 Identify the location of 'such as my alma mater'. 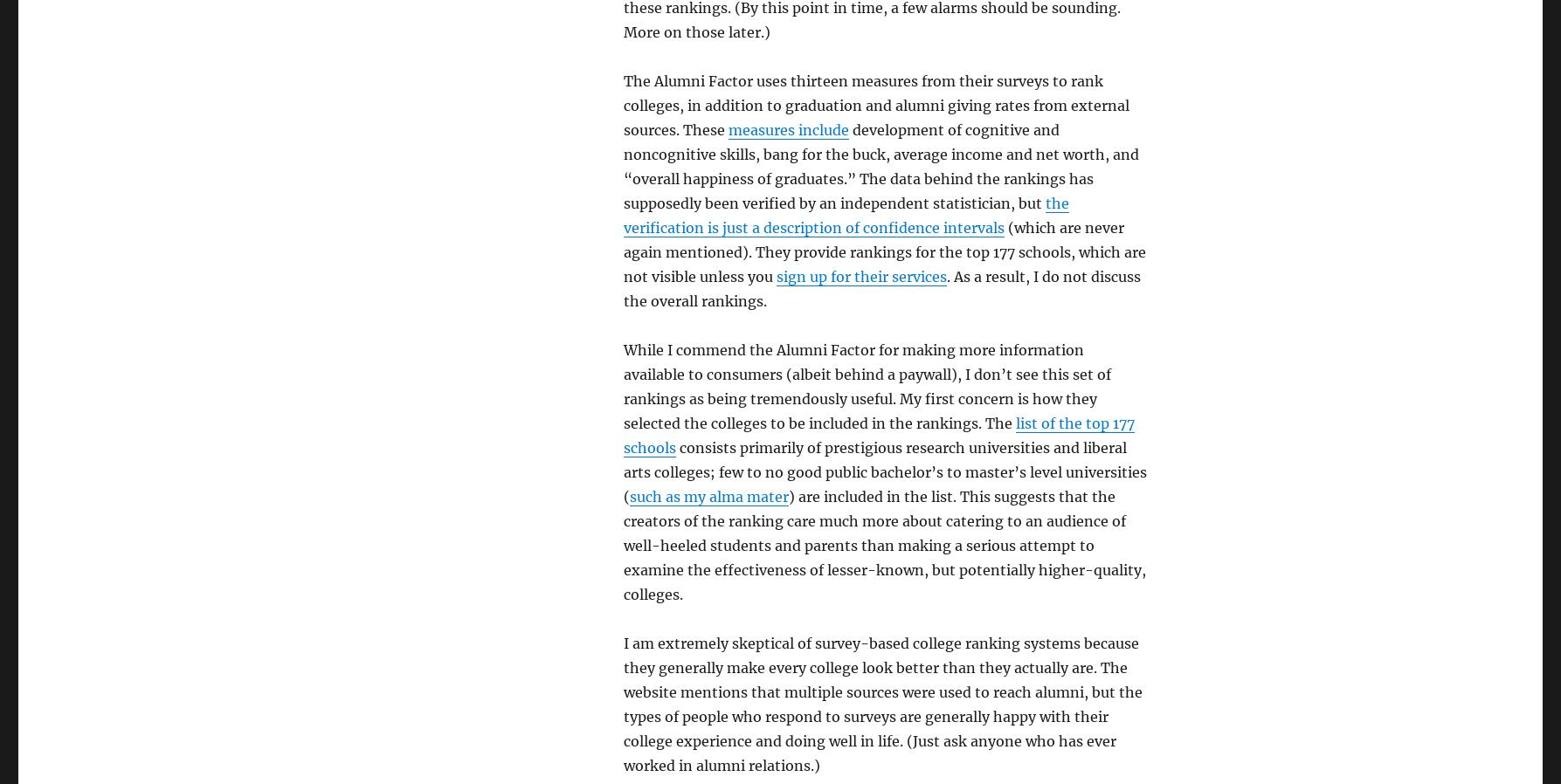
(708, 495).